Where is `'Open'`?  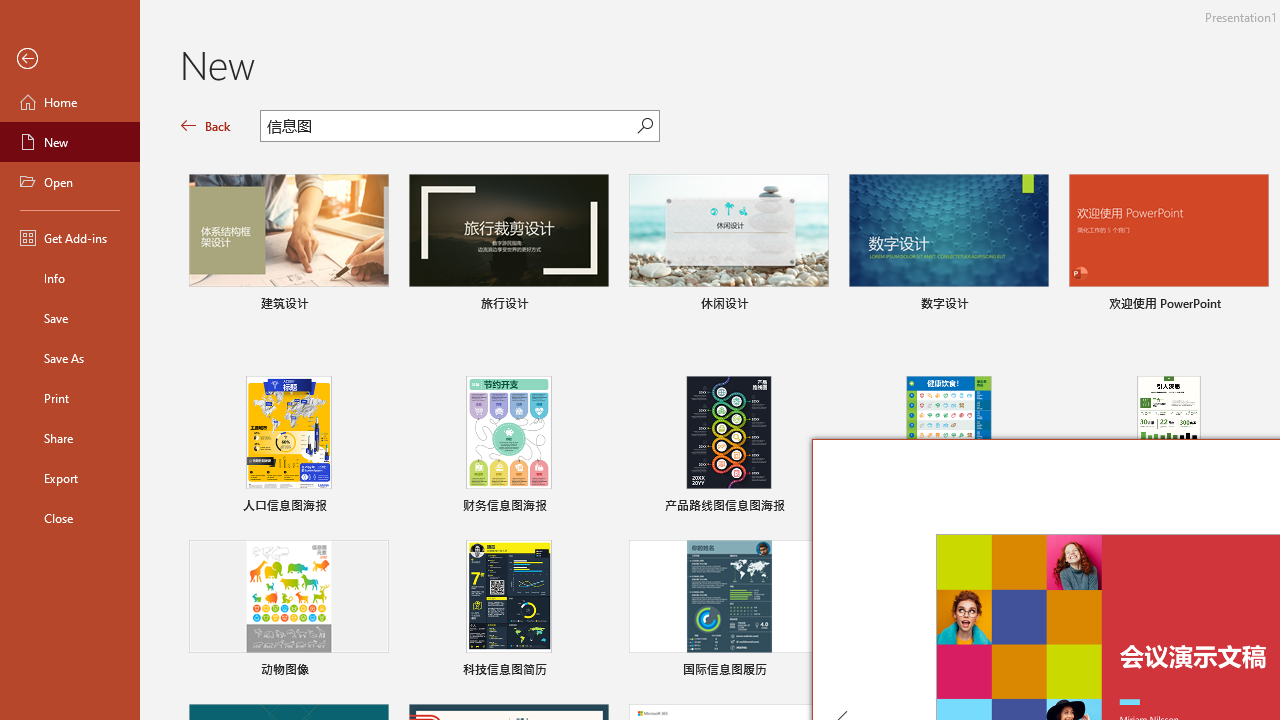 'Open' is located at coordinates (69, 182).